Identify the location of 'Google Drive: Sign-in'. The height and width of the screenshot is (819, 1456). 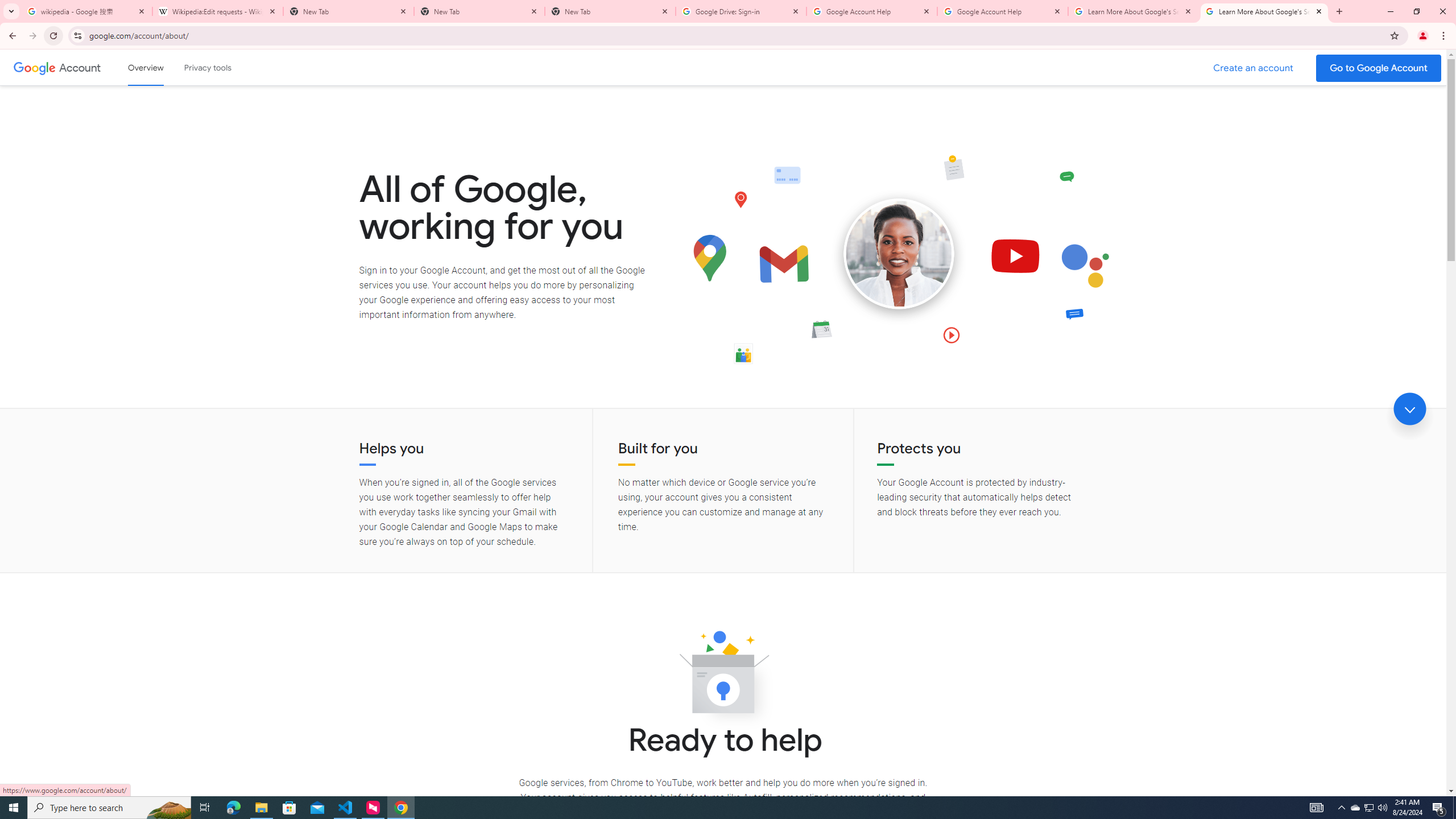
(741, 11).